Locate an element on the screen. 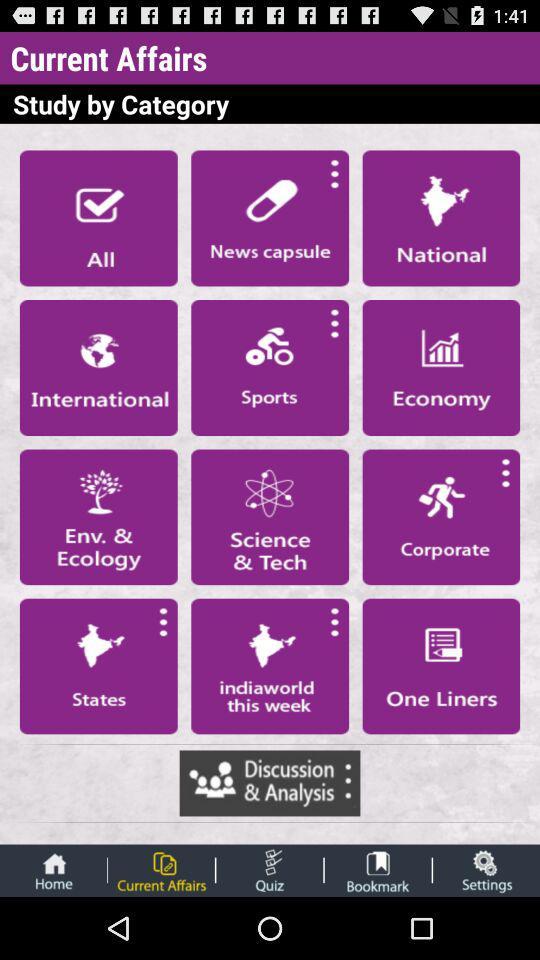 The height and width of the screenshot is (960, 540). change current settings is located at coordinates (485, 869).